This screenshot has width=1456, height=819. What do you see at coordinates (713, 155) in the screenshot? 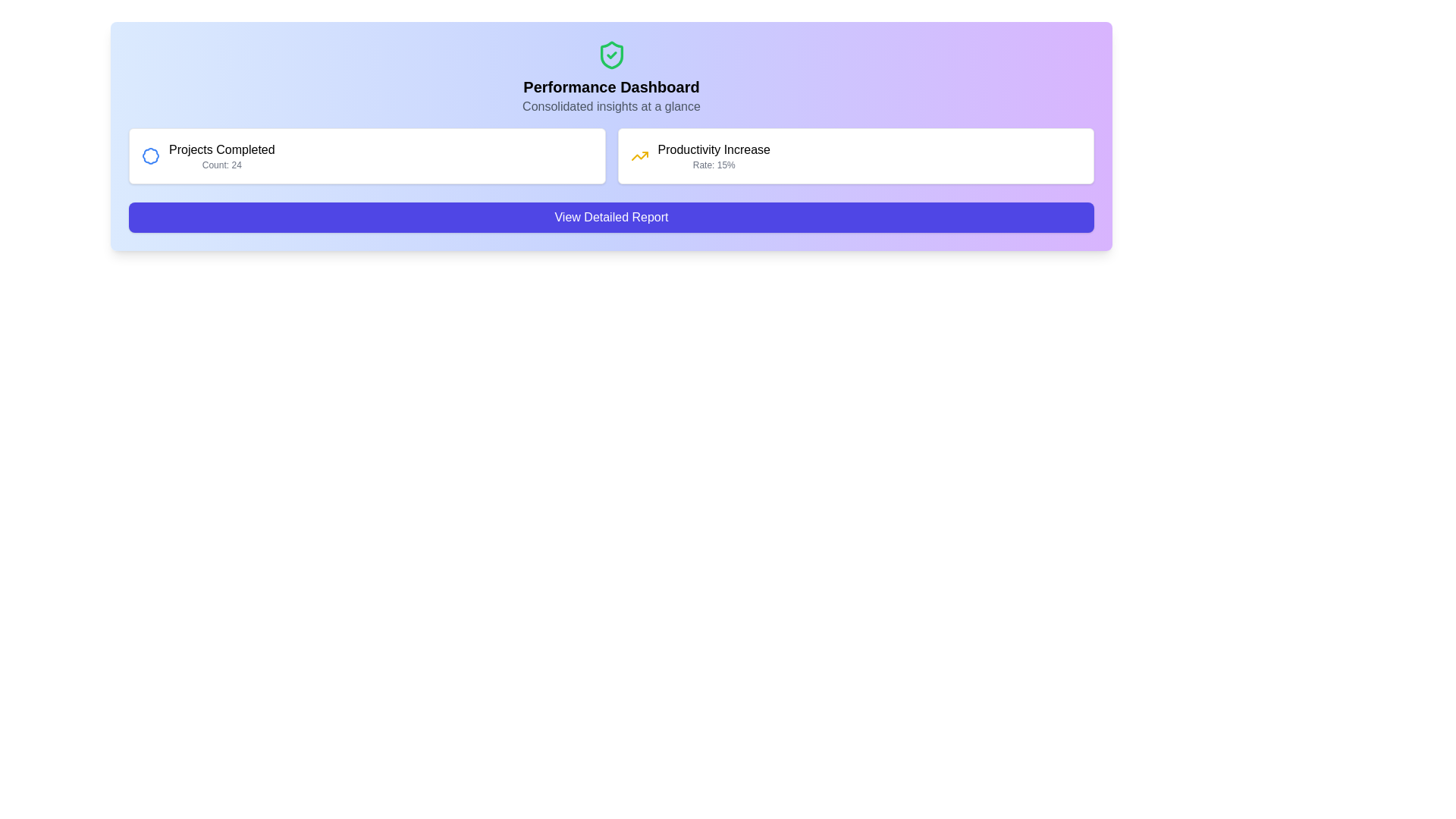
I see `the text display area that shows 'Productivity Increase' and 'Rate: 15%' in the upper-right section of the interface` at bounding box center [713, 155].